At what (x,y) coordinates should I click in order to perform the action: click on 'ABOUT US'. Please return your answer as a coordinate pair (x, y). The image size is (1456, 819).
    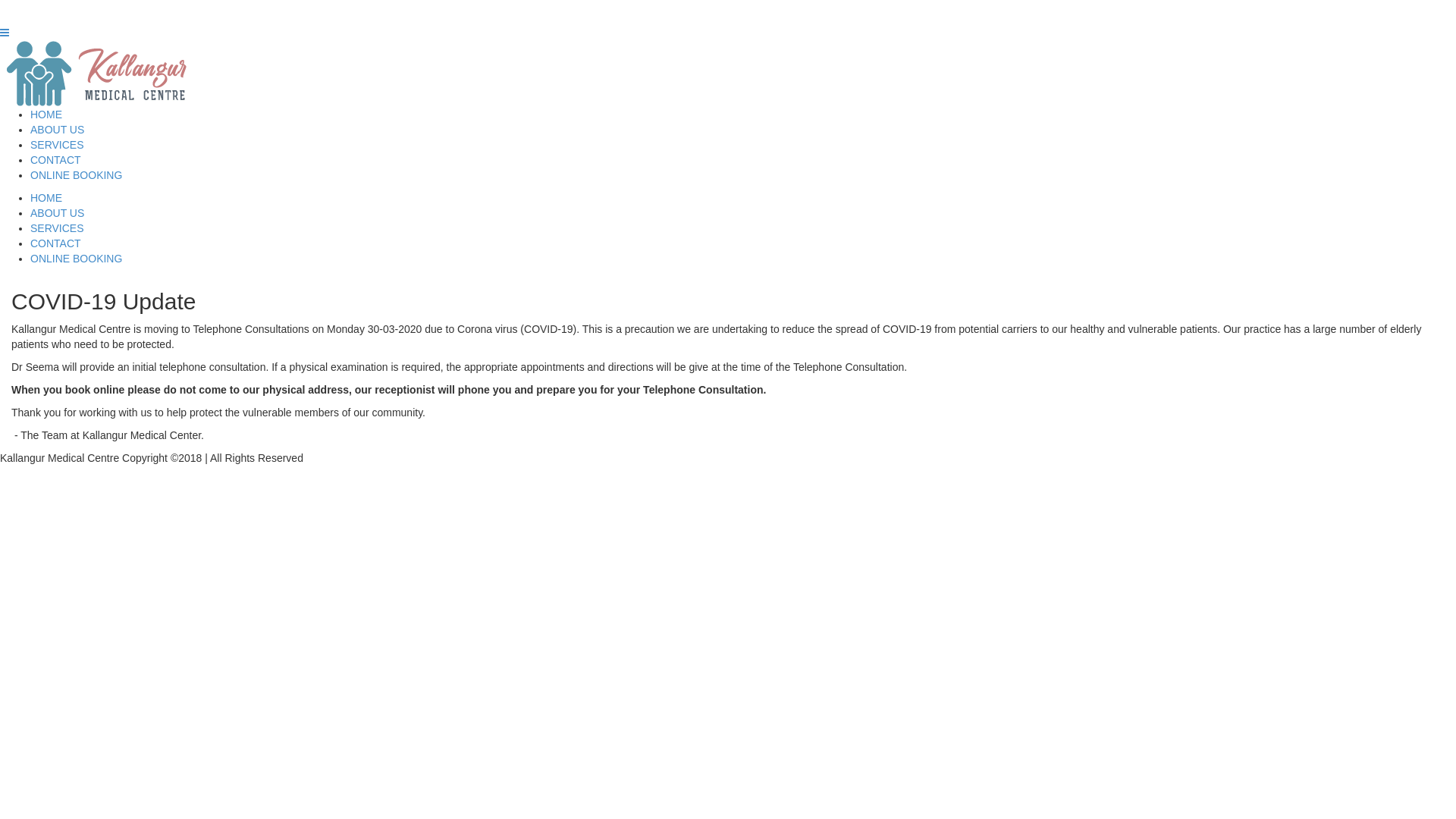
    Looking at the image, I should click on (57, 128).